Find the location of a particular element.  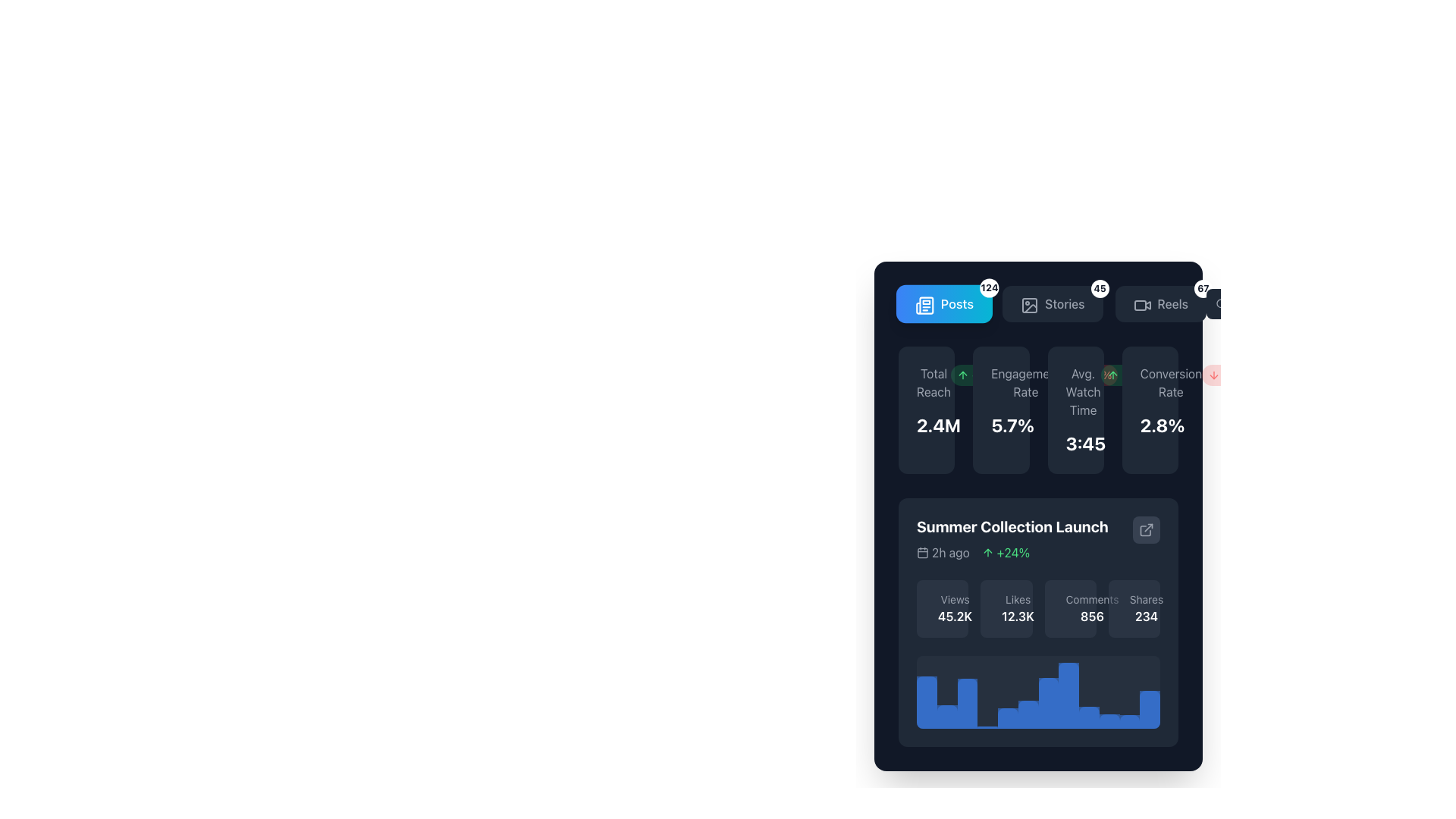

the navigation button with a badge for 'Reels' located in the top-right corner of the interface is located at coordinates (1159, 304).